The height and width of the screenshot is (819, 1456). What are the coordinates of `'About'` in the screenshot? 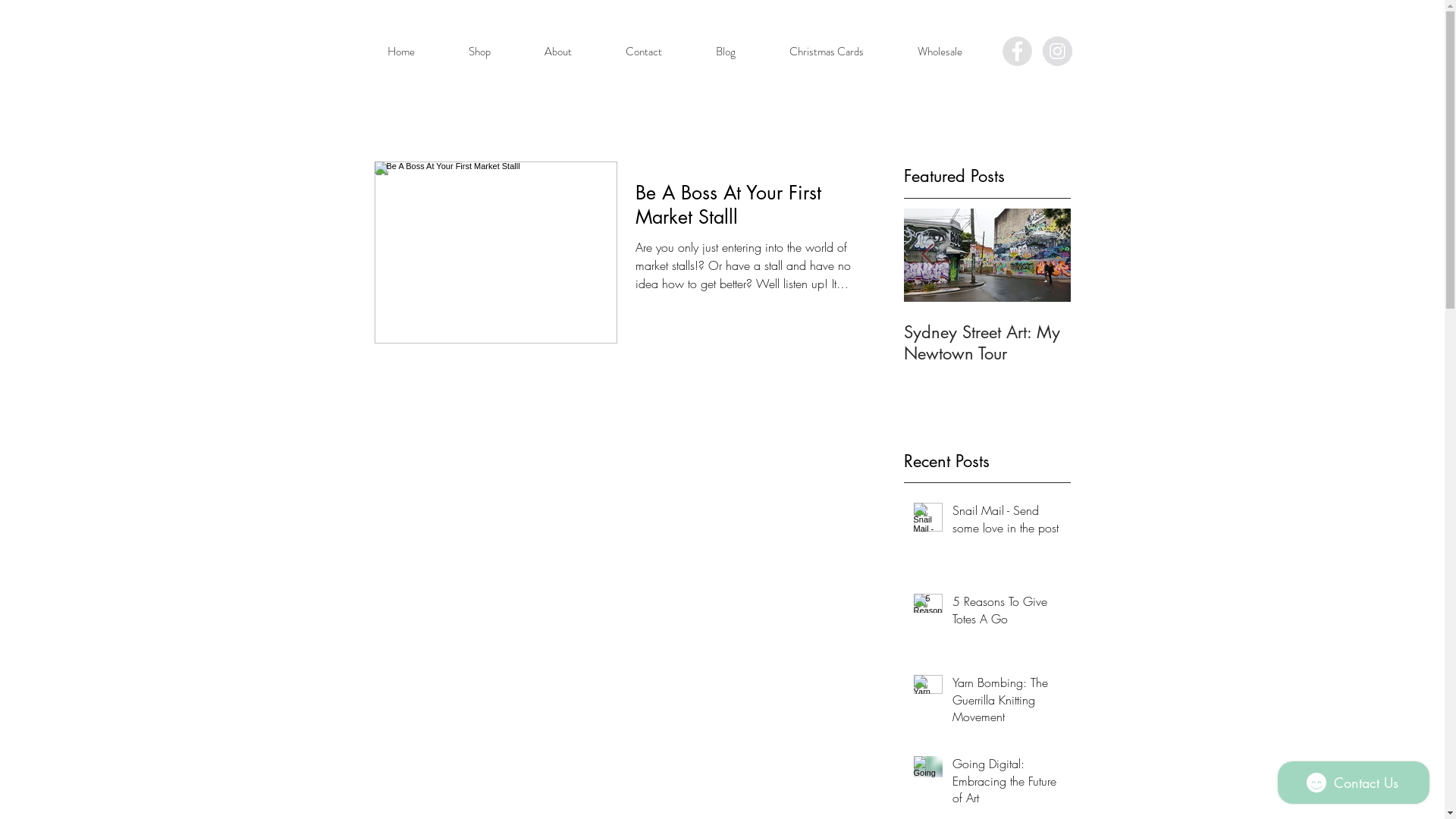 It's located at (557, 51).